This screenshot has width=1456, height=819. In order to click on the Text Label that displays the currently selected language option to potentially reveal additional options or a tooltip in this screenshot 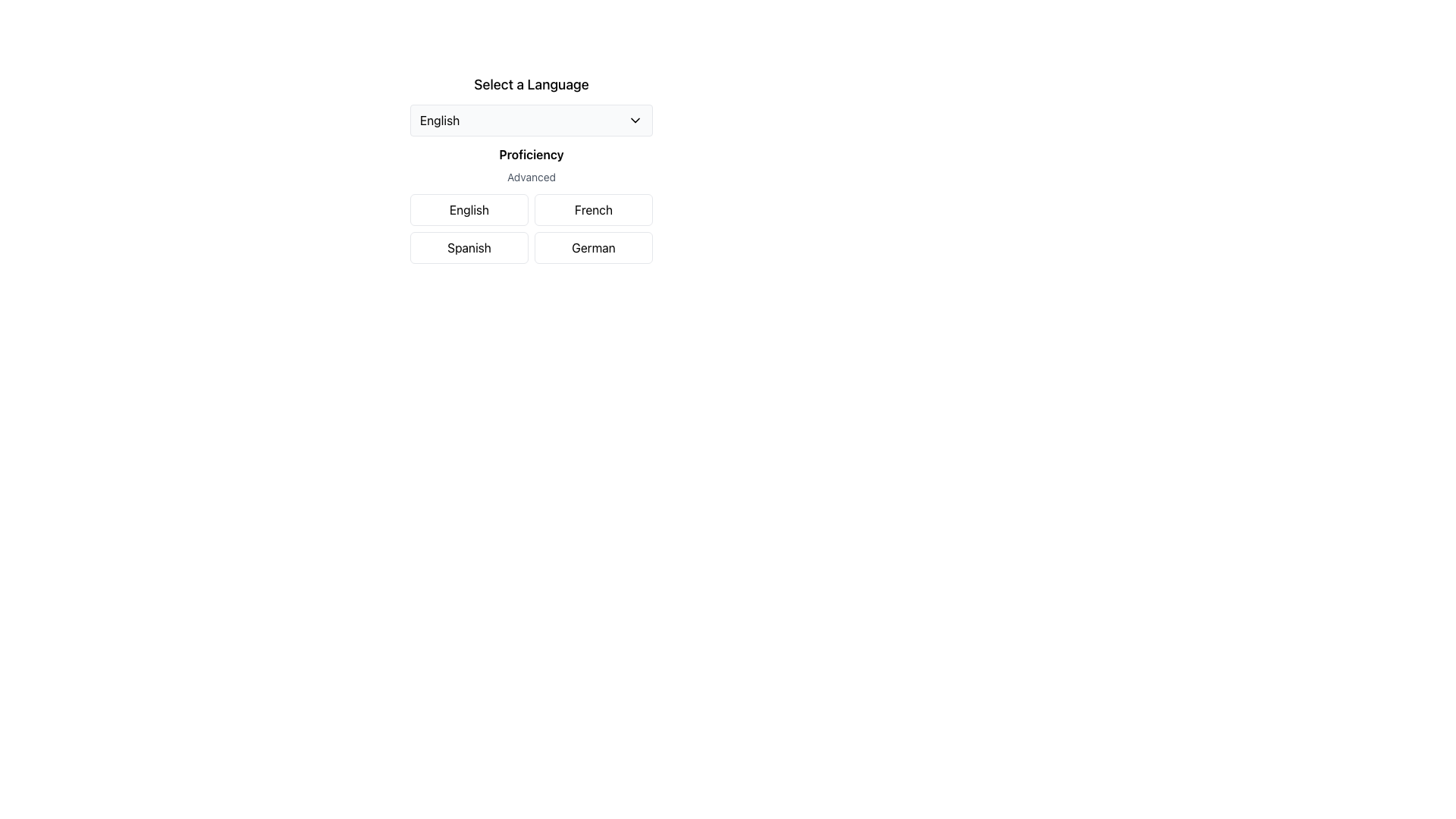, I will do `click(439, 119)`.